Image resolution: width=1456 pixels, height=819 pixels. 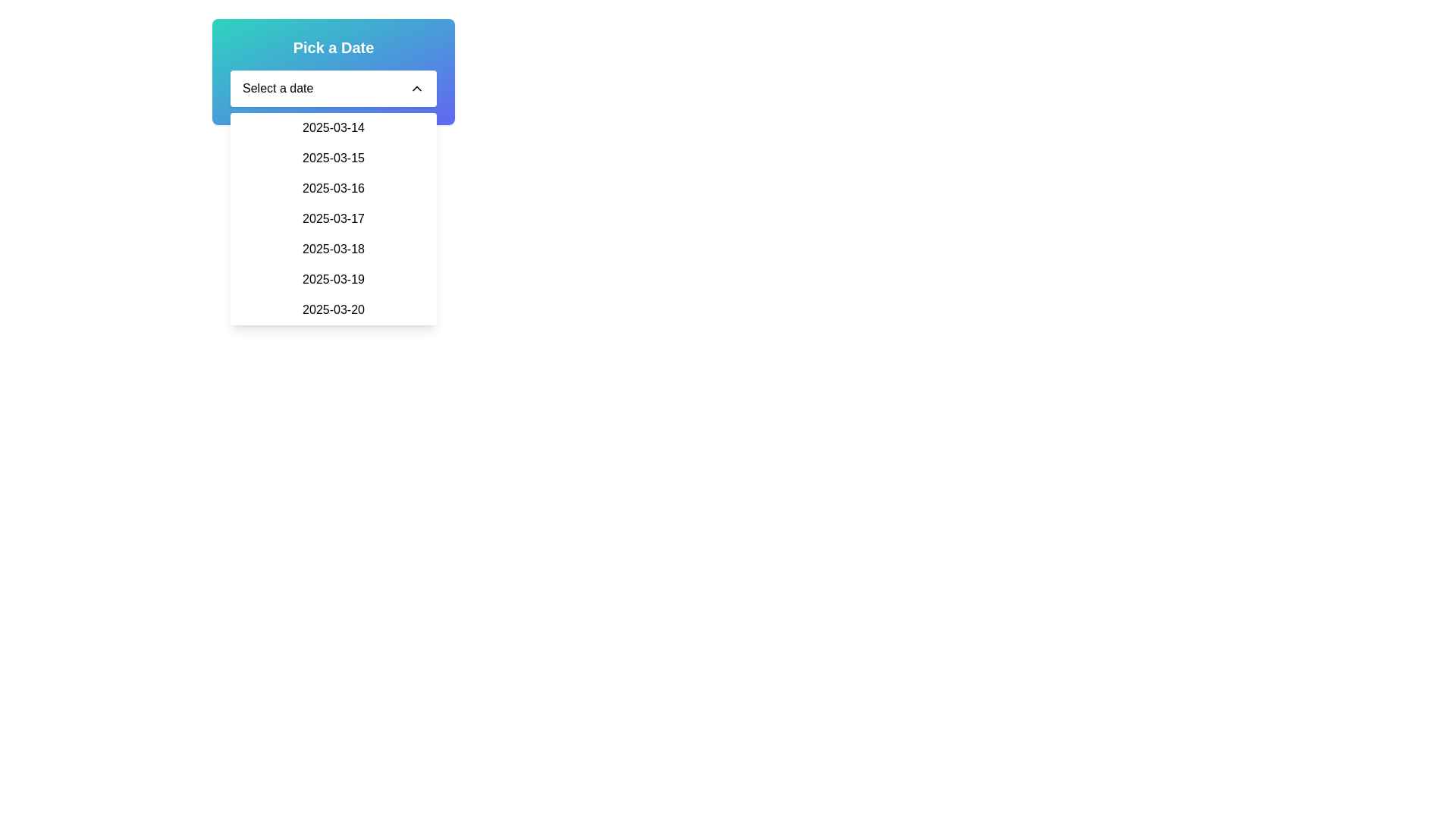 I want to click on the date option '2025-03-20' in the dropdown menu, so click(x=333, y=309).